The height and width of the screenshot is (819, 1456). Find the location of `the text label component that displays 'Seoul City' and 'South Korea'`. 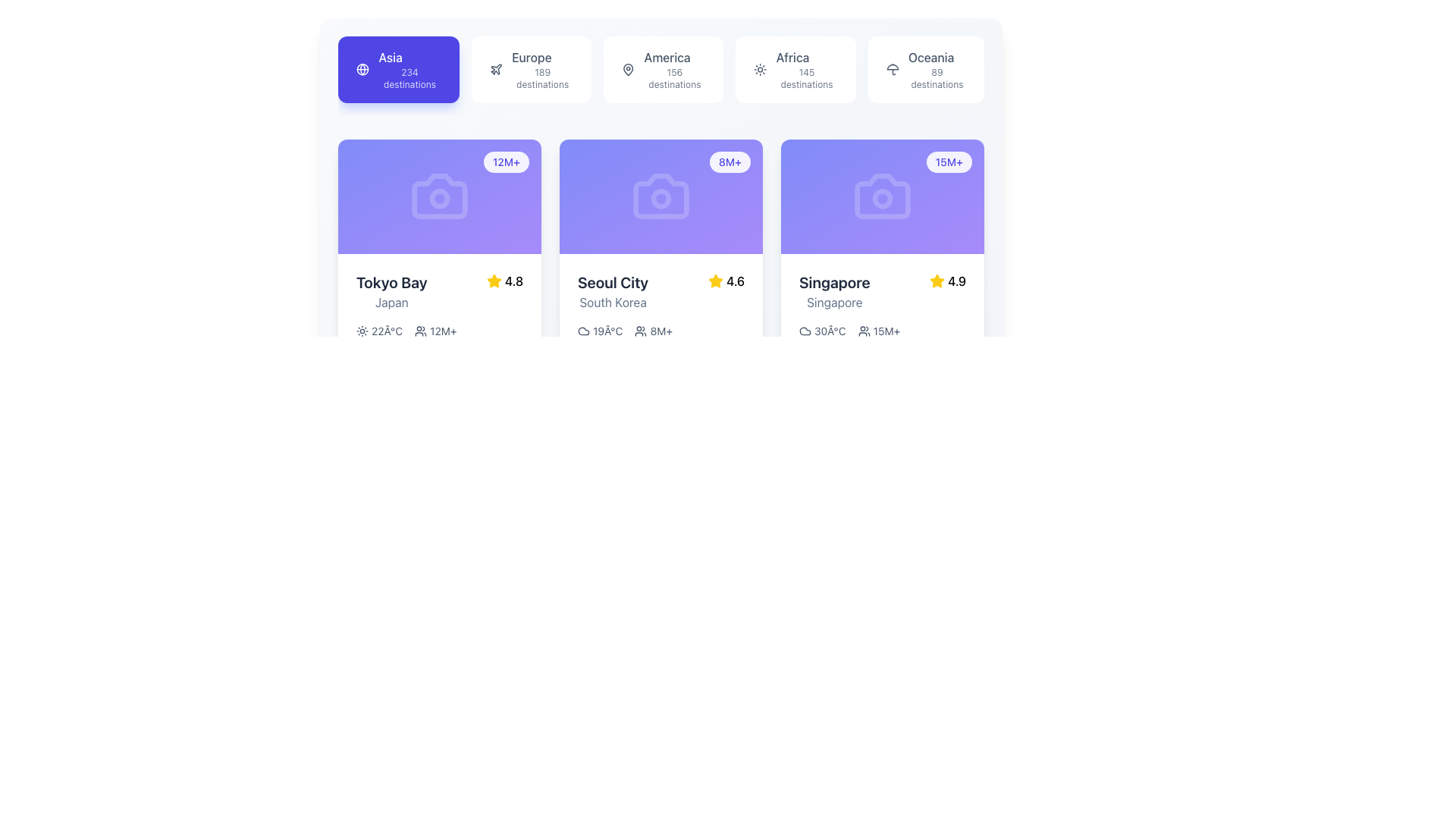

the text label component that displays 'Seoul City' and 'South Korea' is located at coordinates (613, 291).